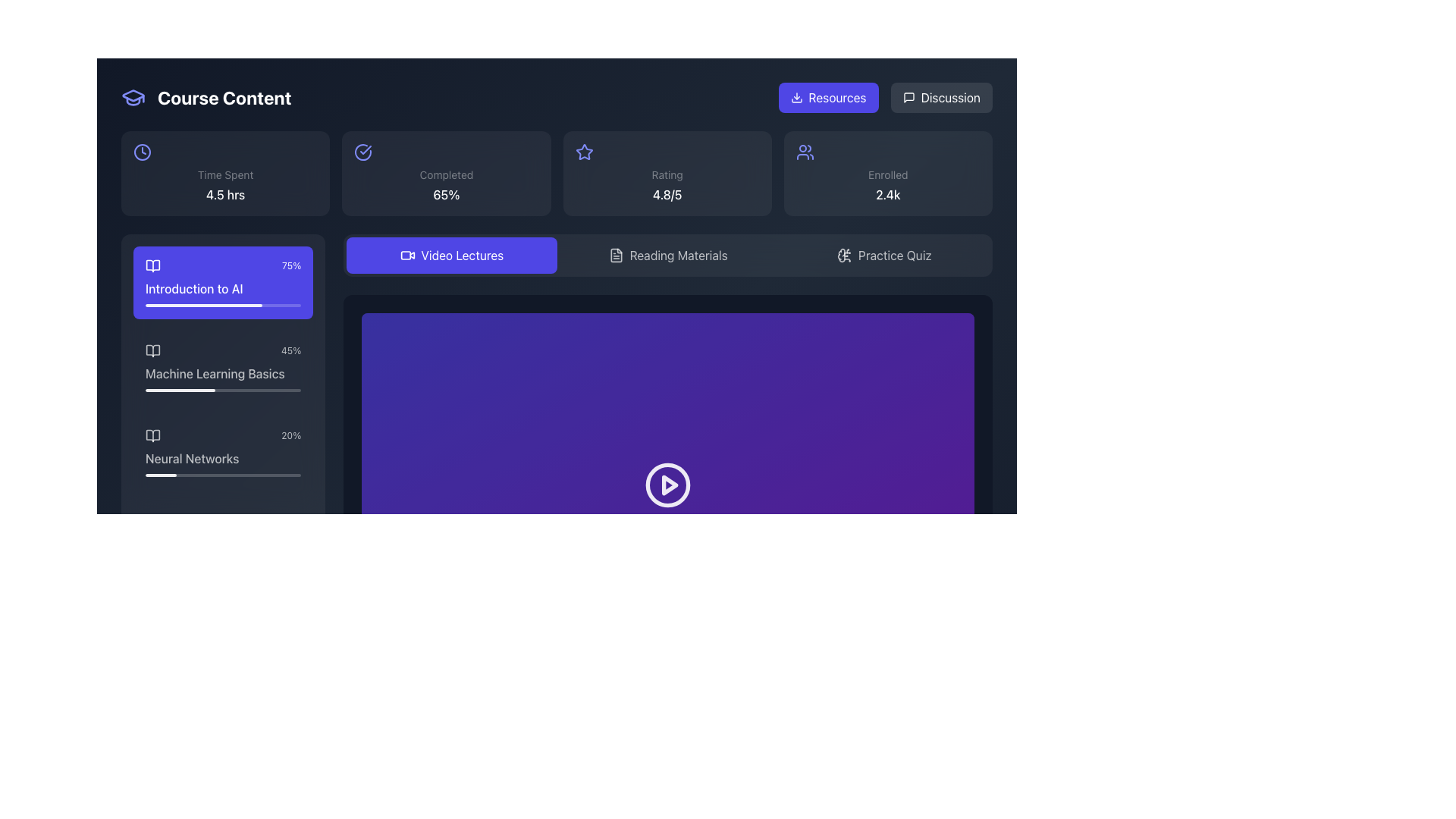  Describe the element at coordinates (224, 194) in the screenshot. I see `the static text element displaying '4.5 hrs', which is centered below the 'Time Spent' label within its information panel` at that location.